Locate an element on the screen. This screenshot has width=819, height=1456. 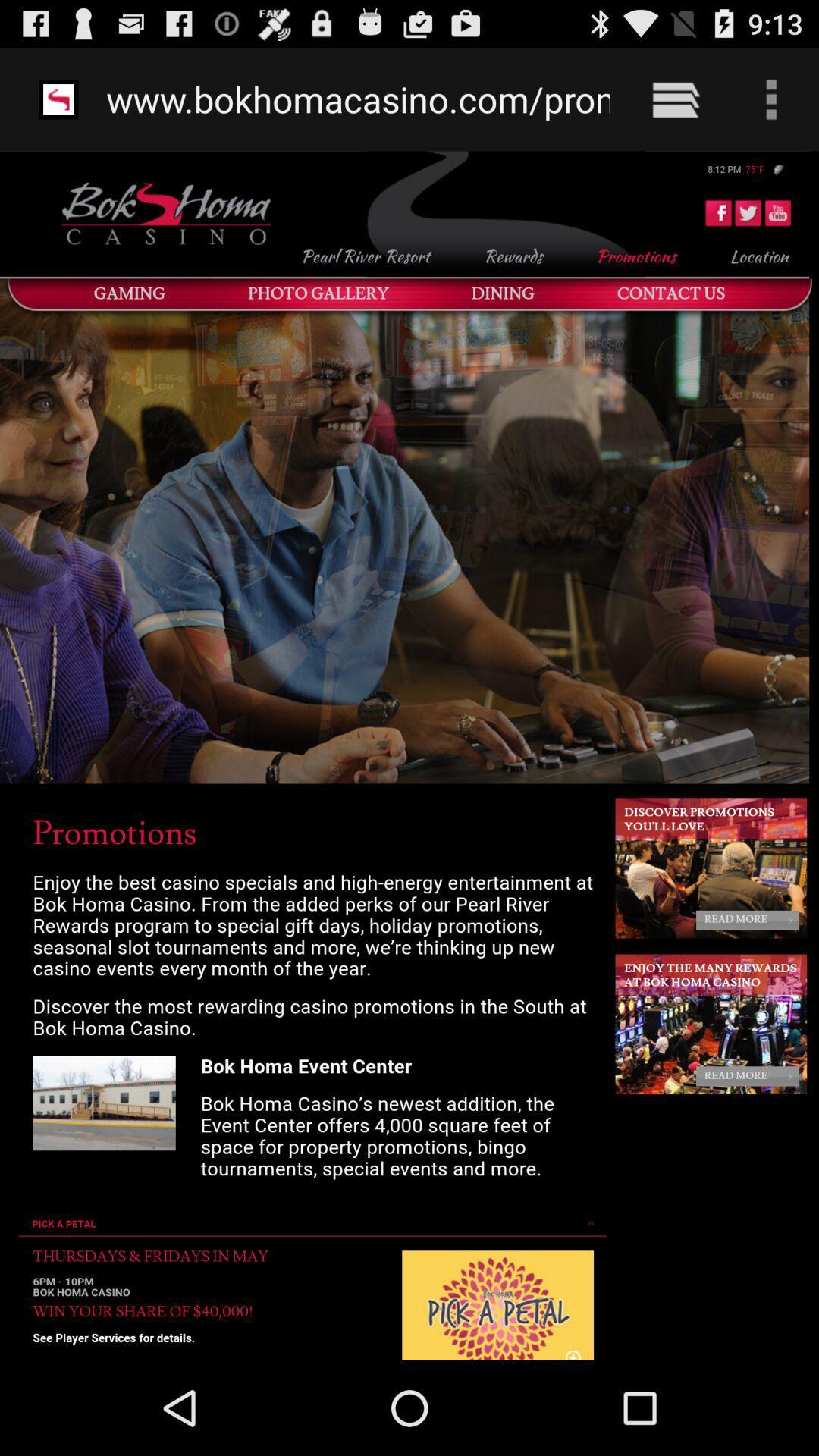
the more icon is located at coordinates (749, 94).